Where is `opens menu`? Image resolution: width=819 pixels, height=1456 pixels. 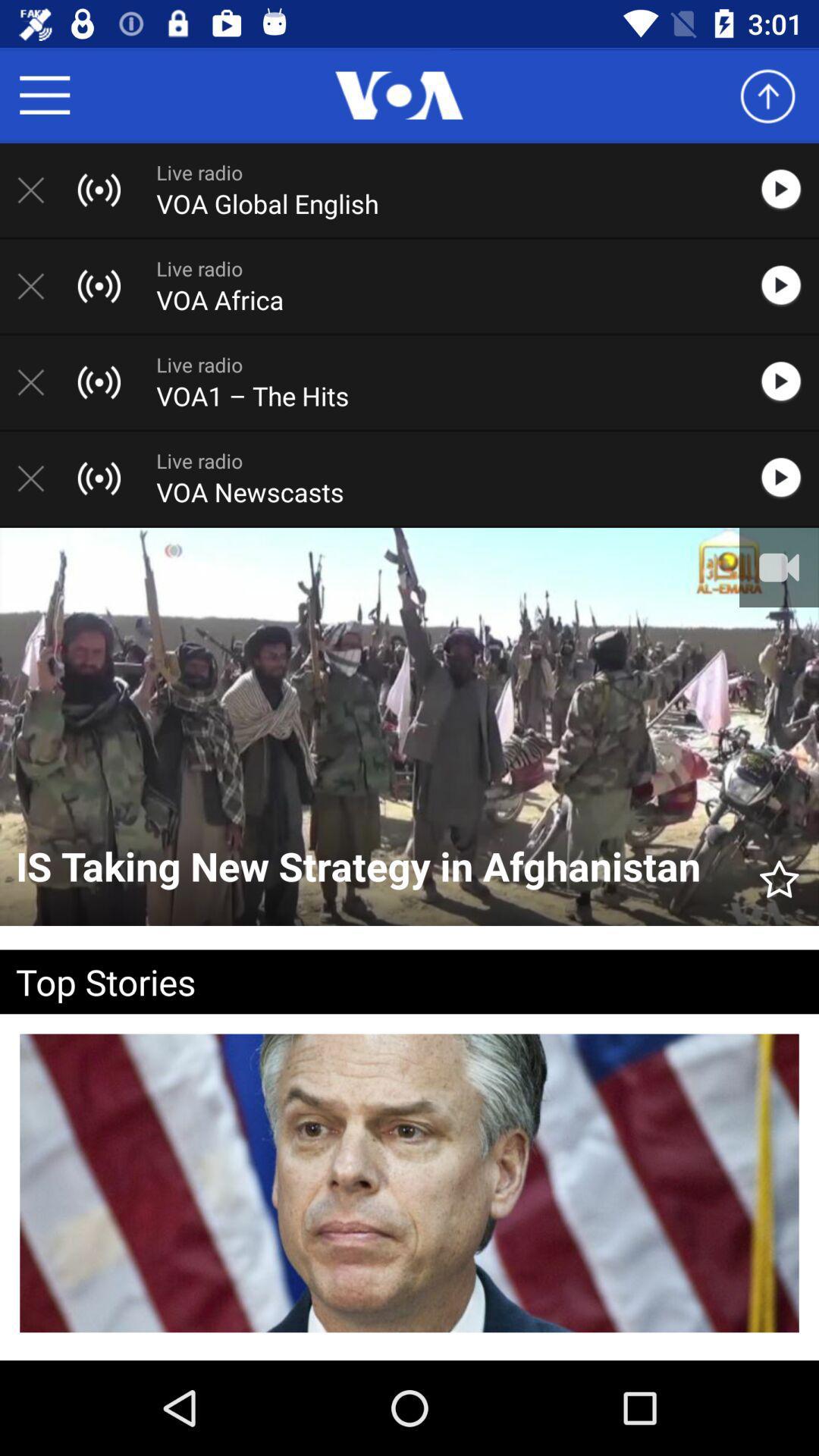
opens menu is located at coordinates (44, 94).